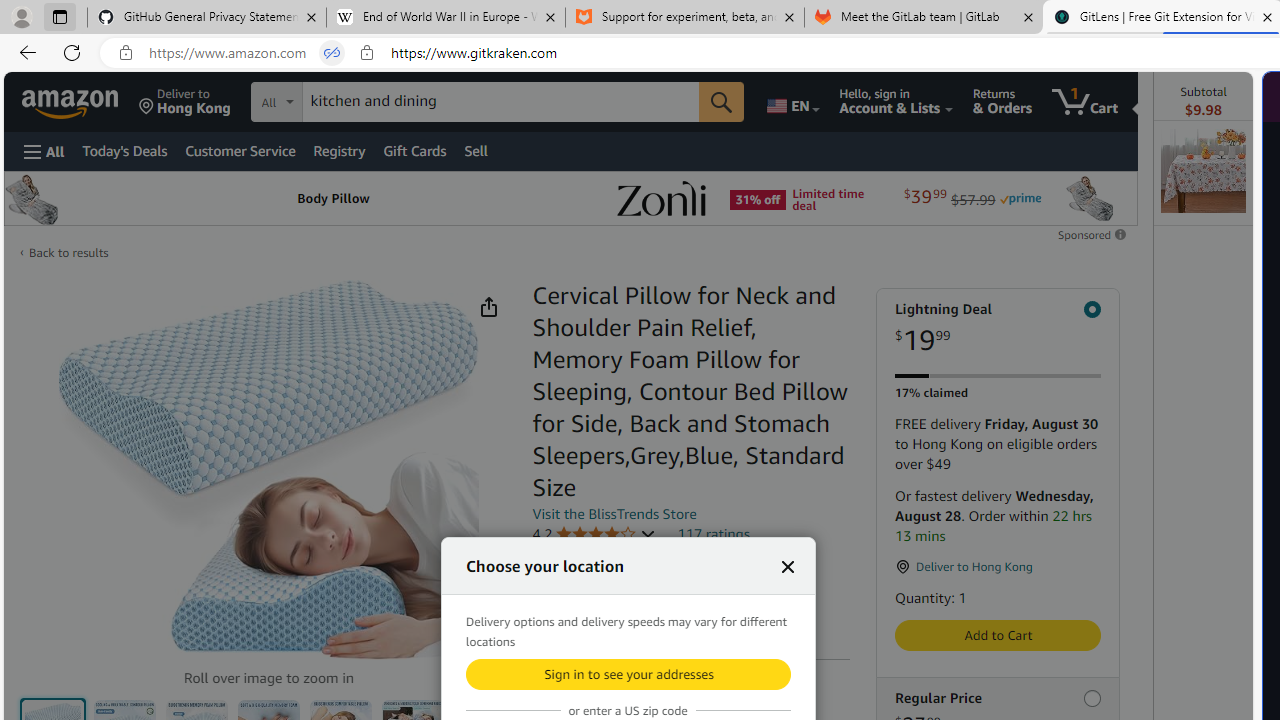 The width and height of the screenshot is (1280, 720). What do you see at coordinates (997, 327) in the screenshot?
I see `'Lightning Deal $19.99'` at bounding box center [997, 327].